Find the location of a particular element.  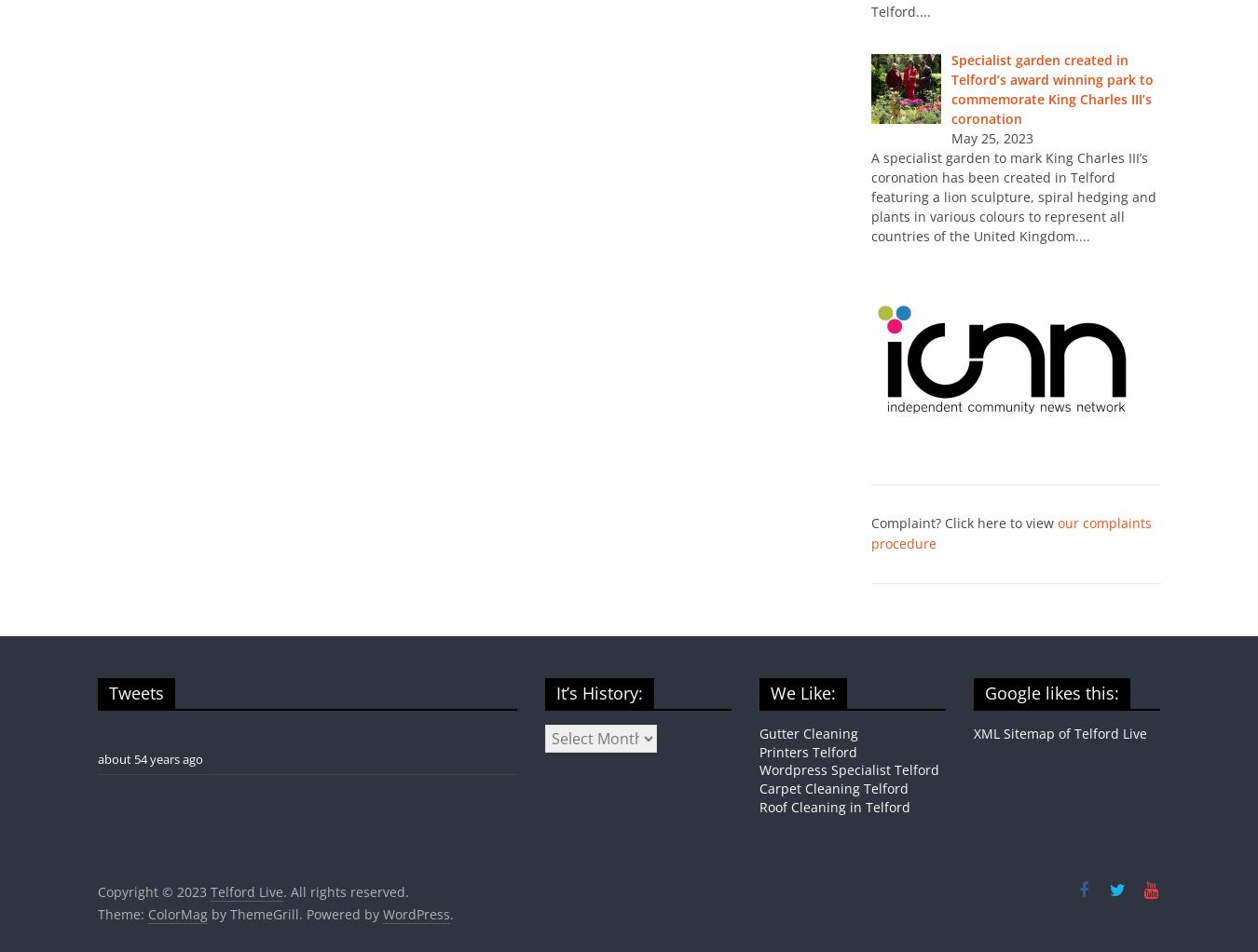

'about 54 years ago' is located at coordinates (150, 758).